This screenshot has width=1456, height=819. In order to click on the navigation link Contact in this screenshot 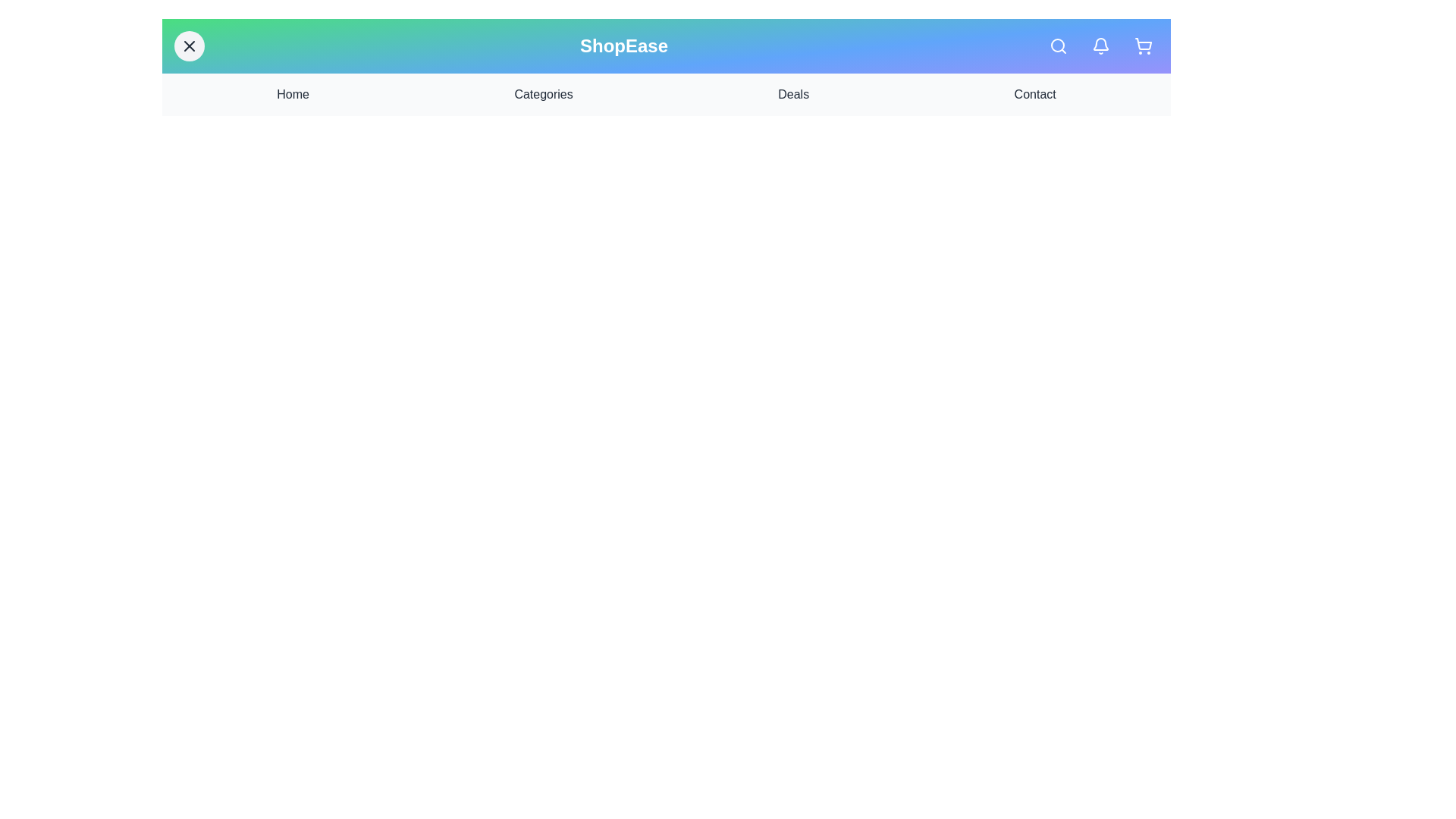, I will do `click(1034, 94)`.